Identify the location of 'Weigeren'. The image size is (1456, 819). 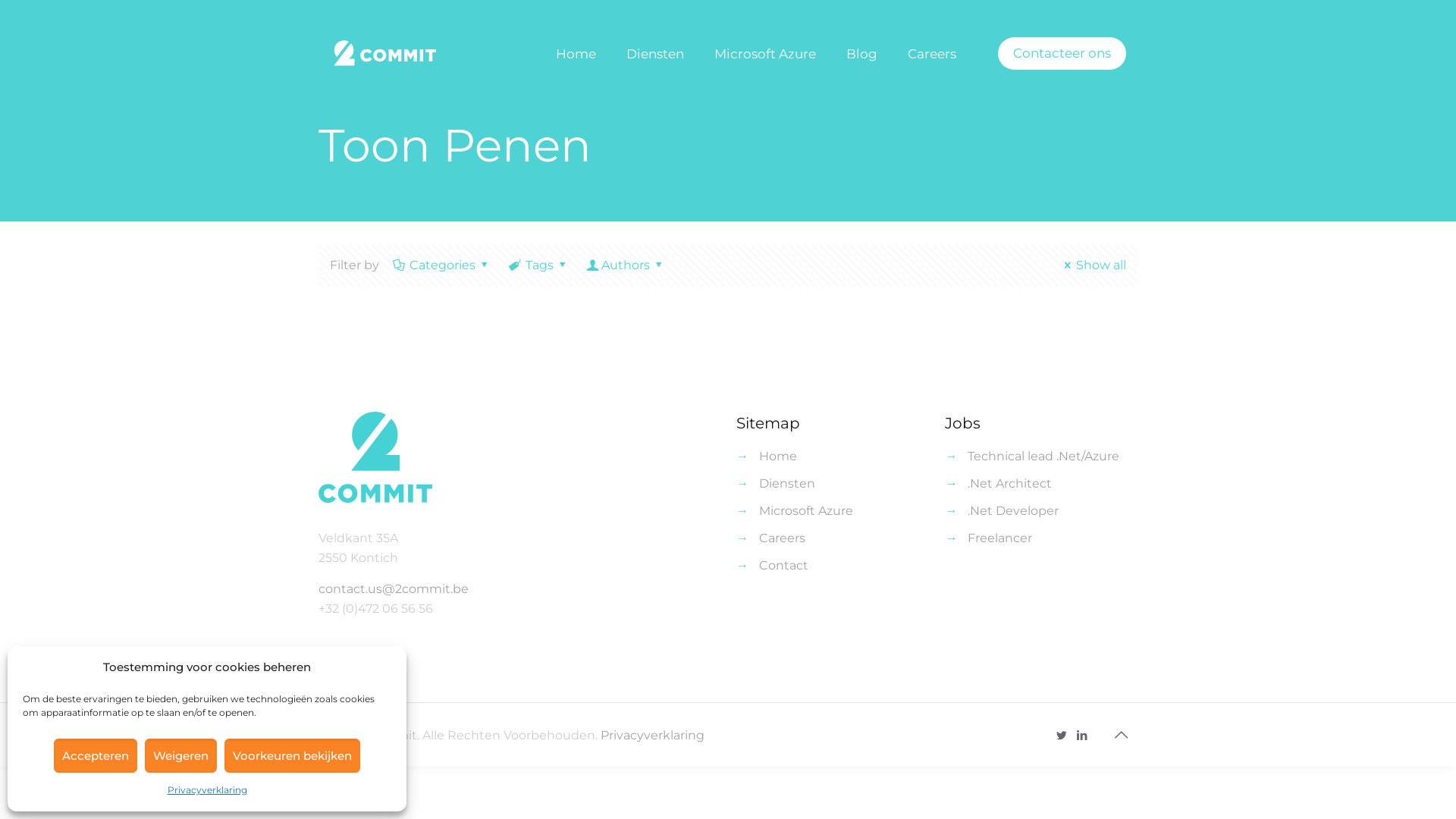
(145, 755).